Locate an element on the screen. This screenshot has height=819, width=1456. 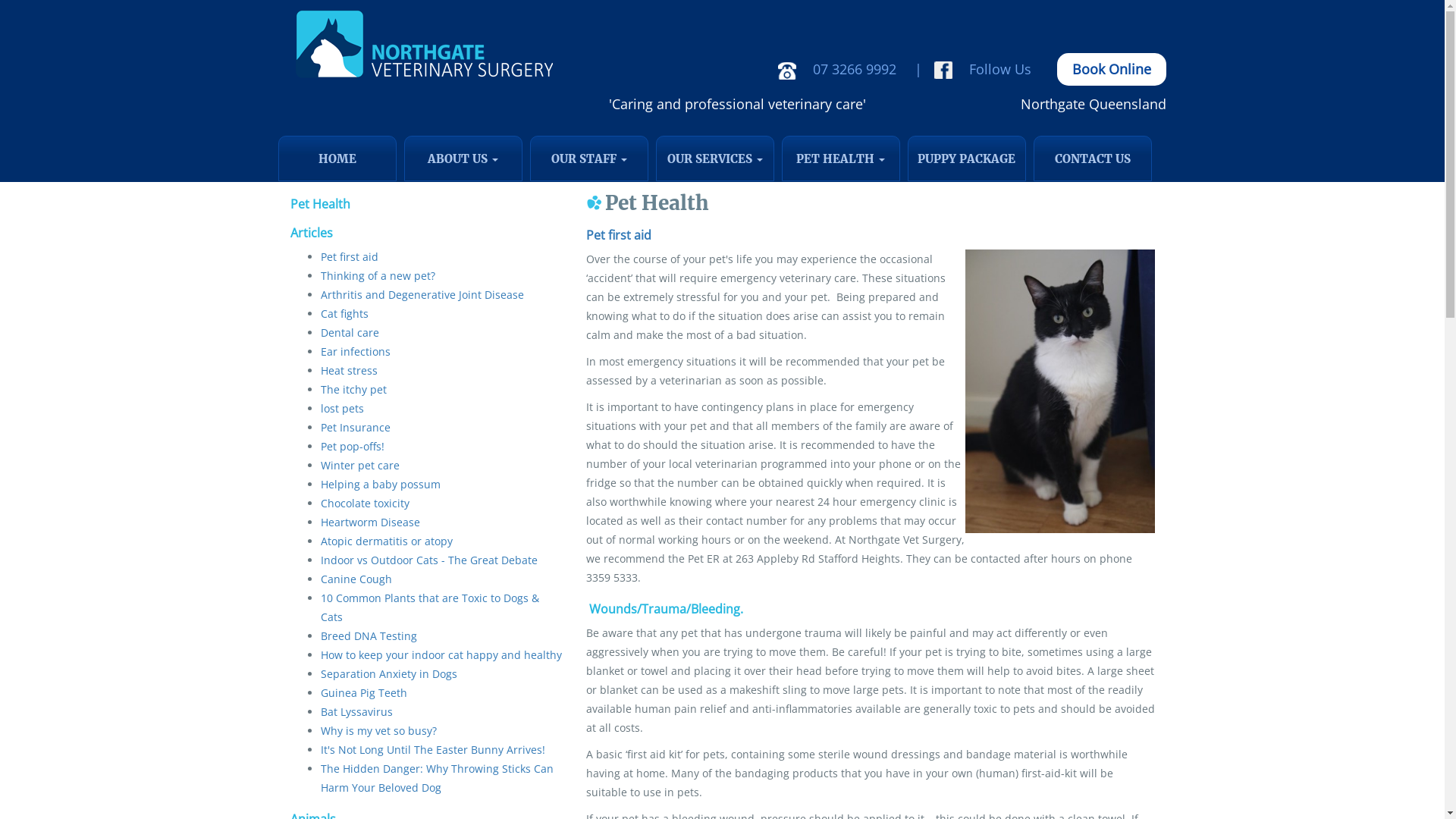
'The itchy pet' is located at coordinates (319, 388).